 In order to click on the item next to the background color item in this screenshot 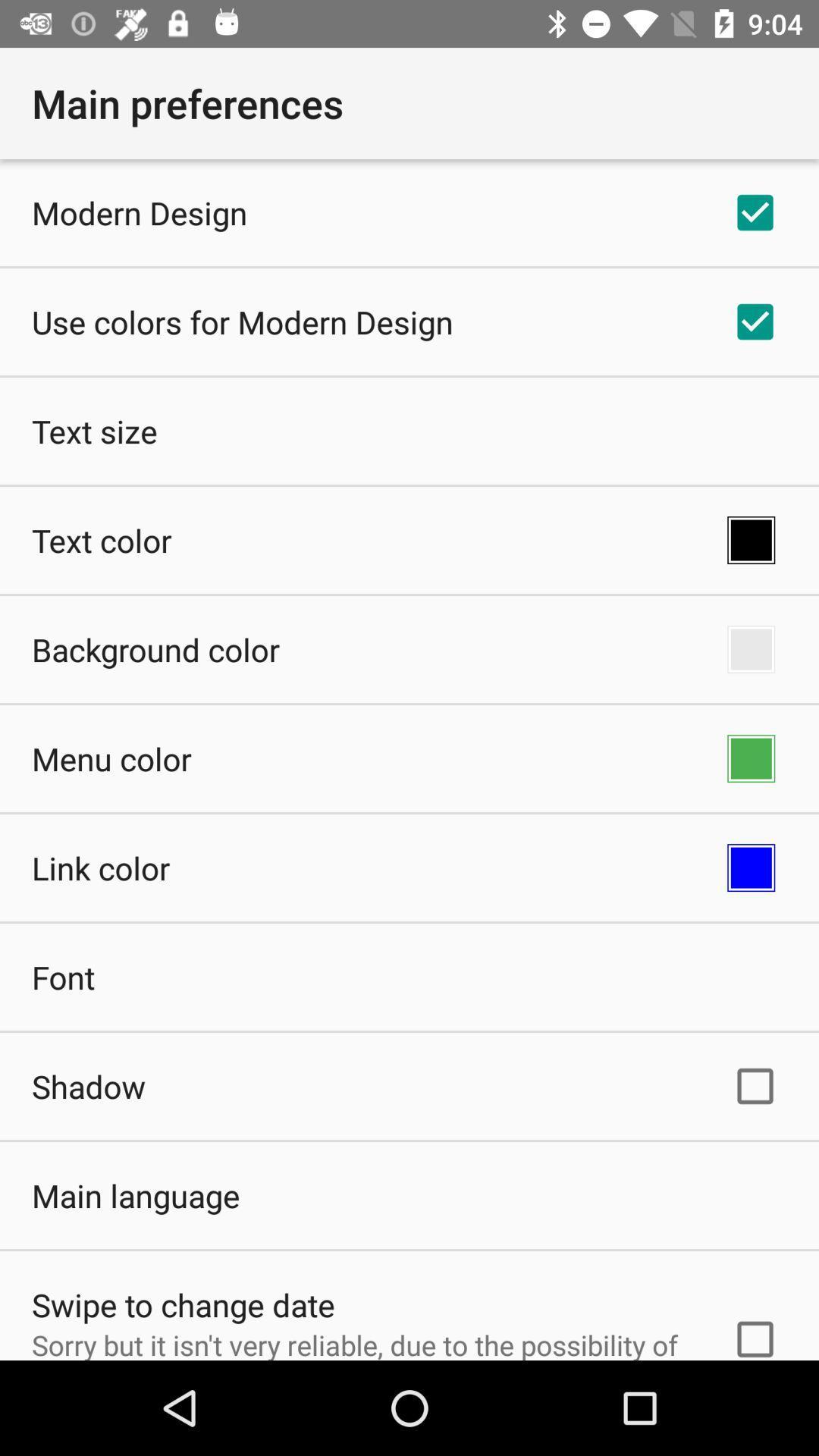, I will do `click(751, 649)`.